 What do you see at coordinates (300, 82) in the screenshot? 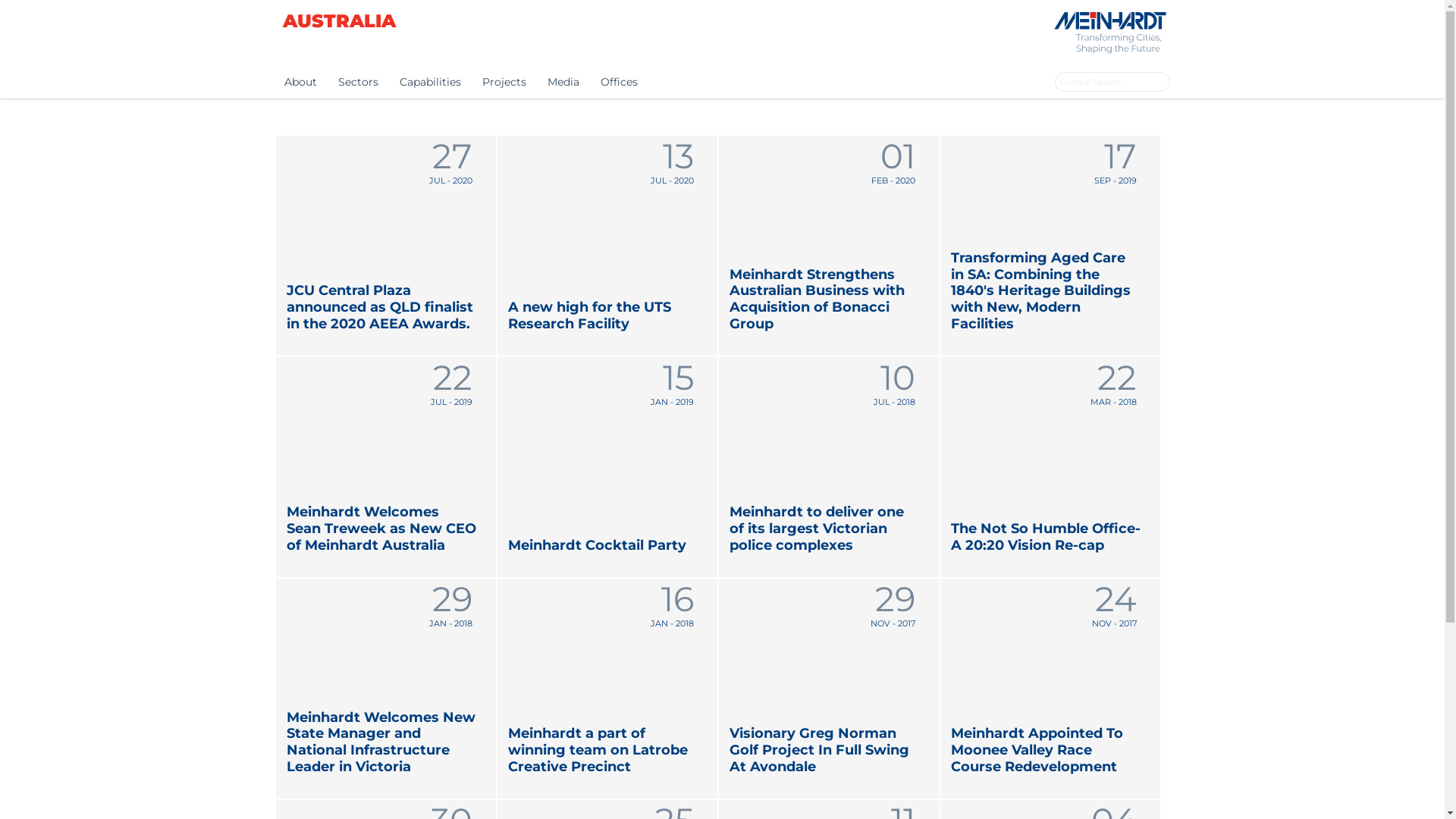
I see `'About'` at bounding box center [300, 82].